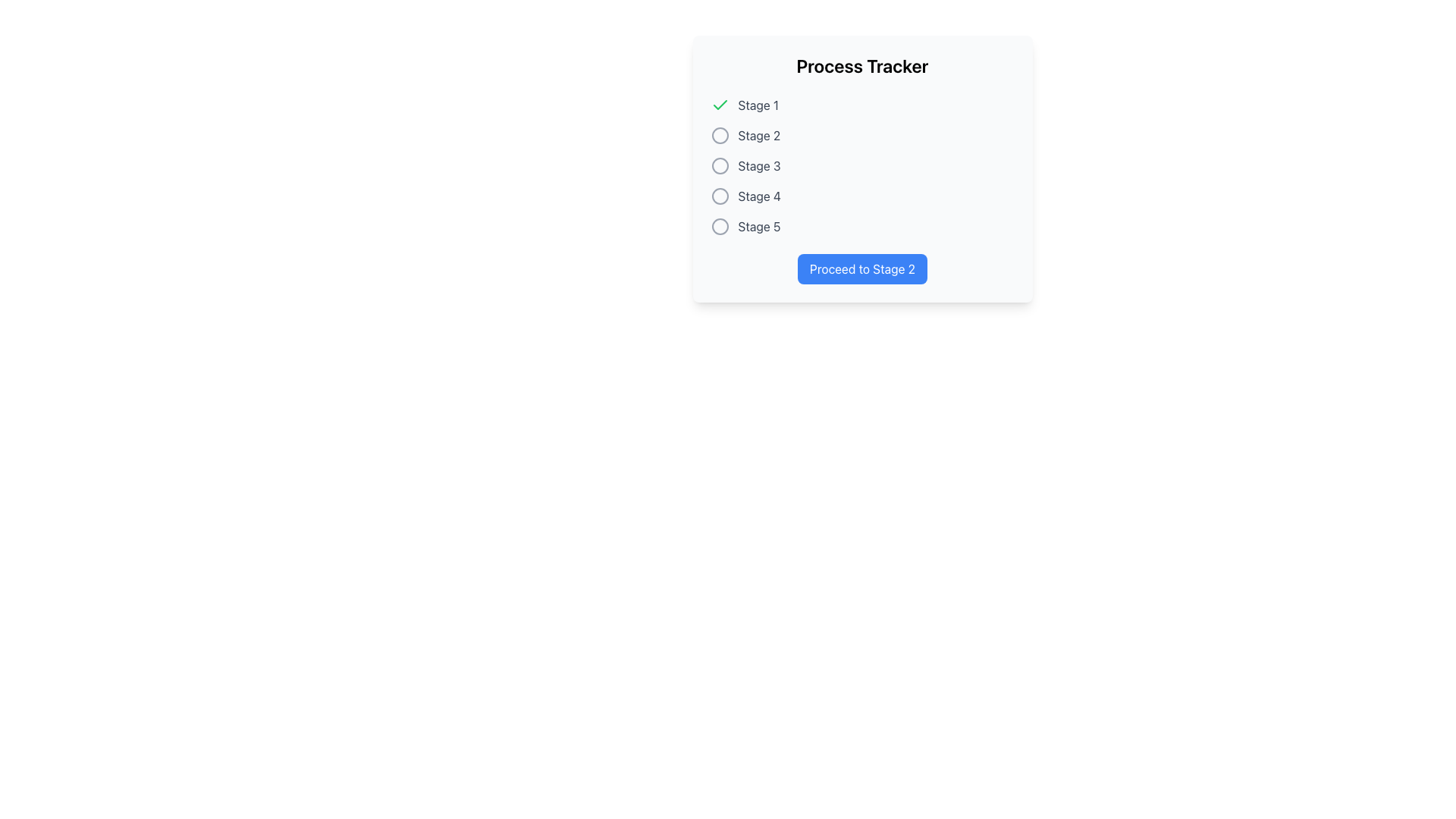  What do you see at coordinates (862, 104) in the screenshot?
I see `the Status indicator labeled 'Stage 1' in the 'Process Tracker' to receive additional information` at bounding box center [862, 104].